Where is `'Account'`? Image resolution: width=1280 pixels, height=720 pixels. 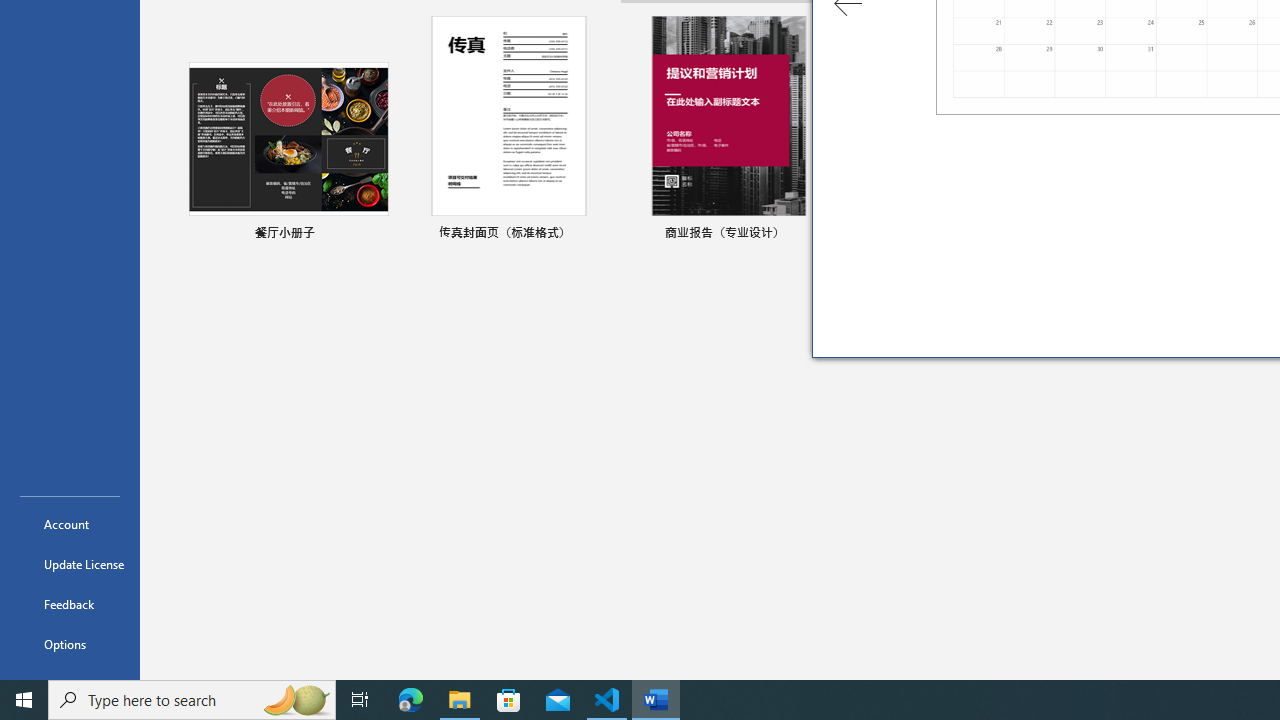
'Account' is located at coordinates (69, 523).